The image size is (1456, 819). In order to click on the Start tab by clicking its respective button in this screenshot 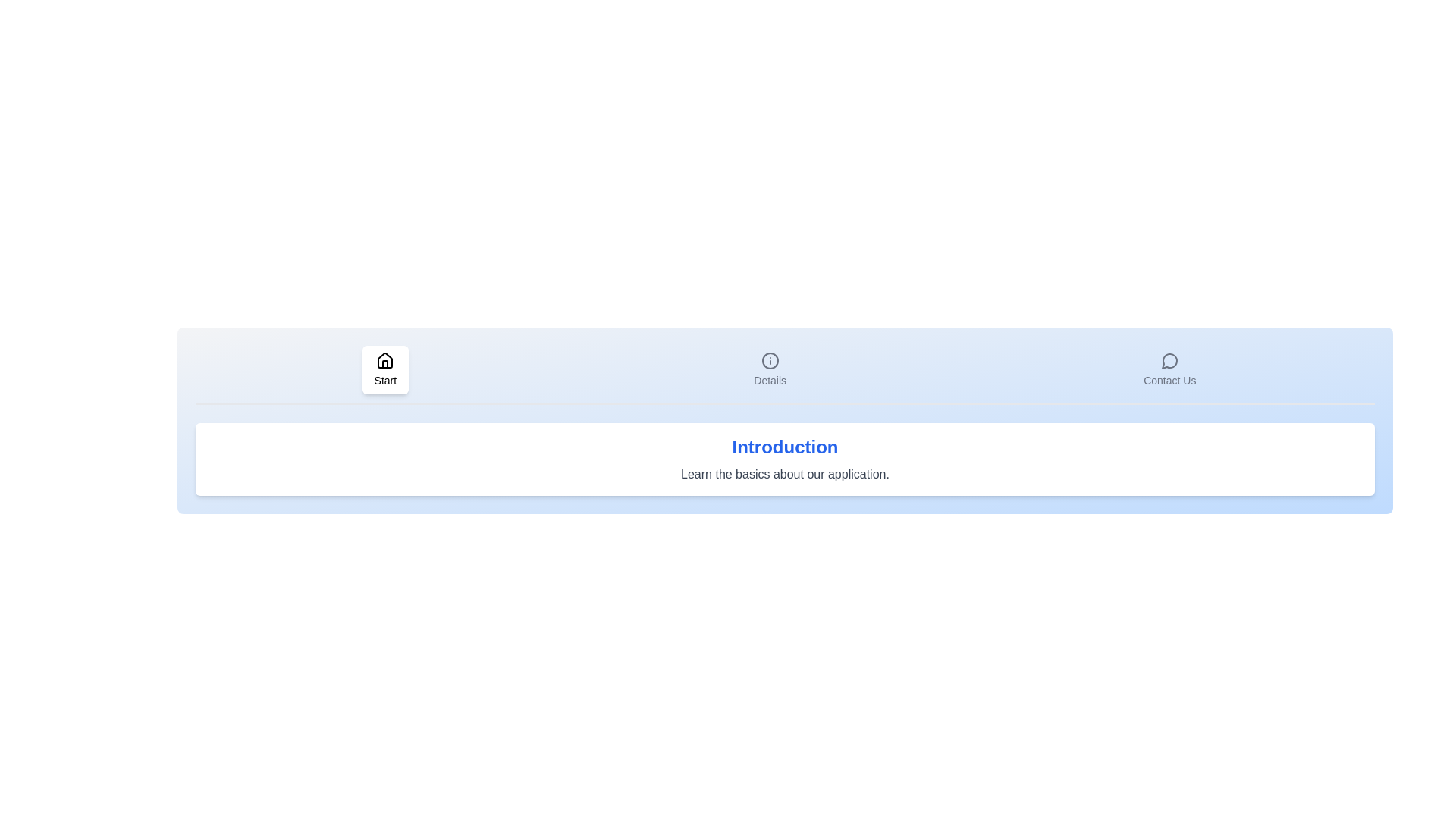, I will do `click(385, 370)`.